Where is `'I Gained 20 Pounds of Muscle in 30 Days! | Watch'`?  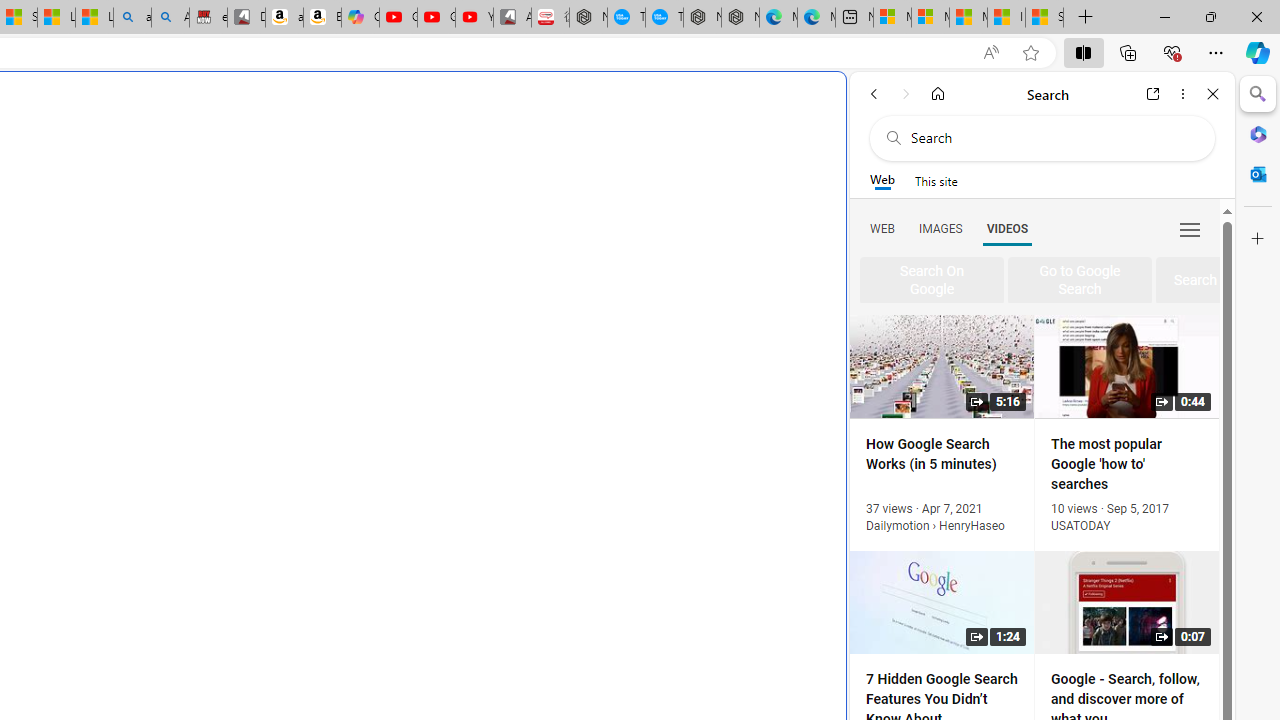 'I Gained 20 Pounds of Muscle in 30 Days! | Watch' is located at coordinates (1006, 17).